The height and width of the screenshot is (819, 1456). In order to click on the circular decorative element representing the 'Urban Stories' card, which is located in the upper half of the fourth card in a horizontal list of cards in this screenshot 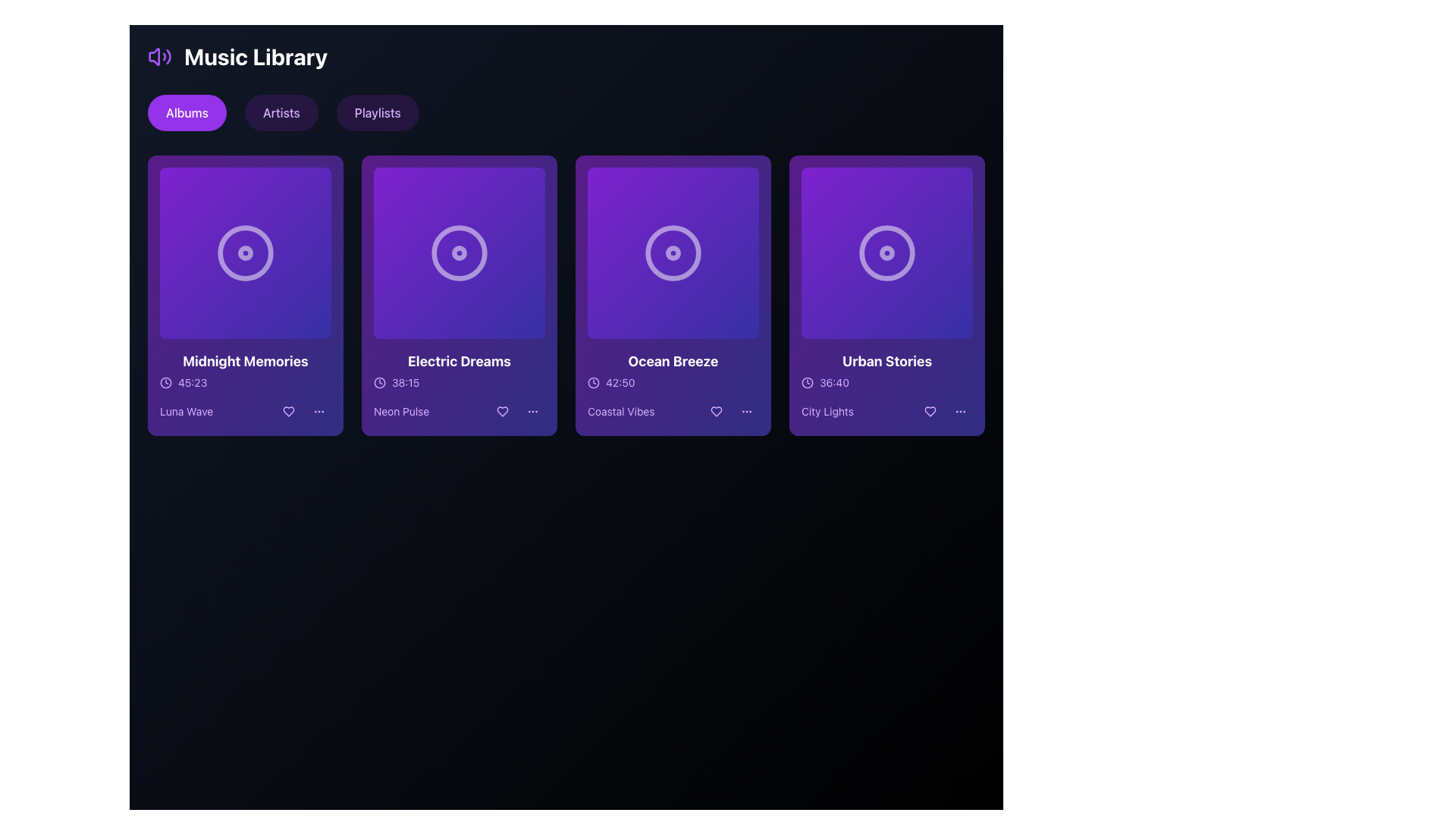, I will do `click(887, 253)`.